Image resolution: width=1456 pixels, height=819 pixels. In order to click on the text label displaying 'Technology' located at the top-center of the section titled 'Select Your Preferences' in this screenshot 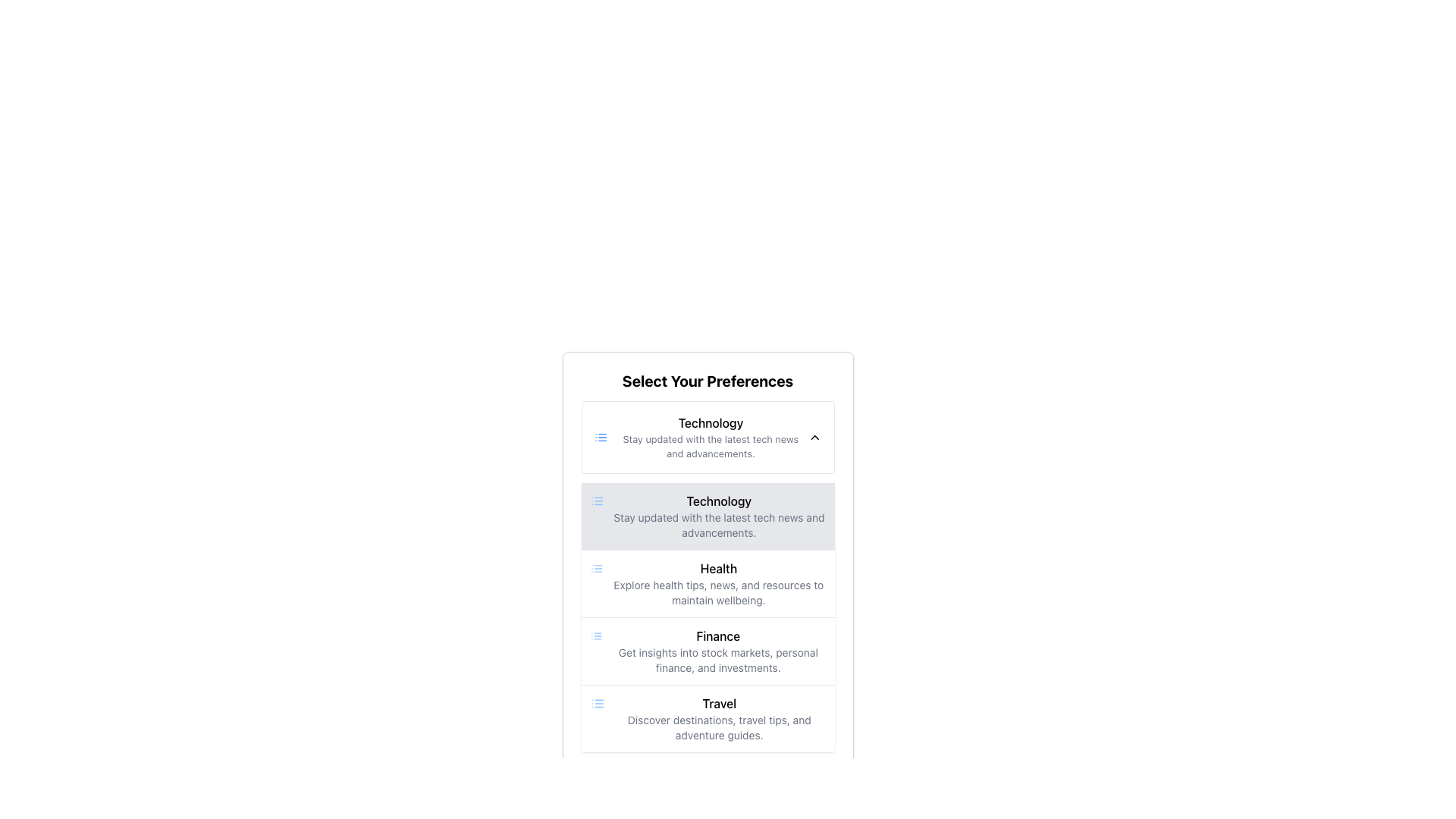, I will do `click(710, 423)`.